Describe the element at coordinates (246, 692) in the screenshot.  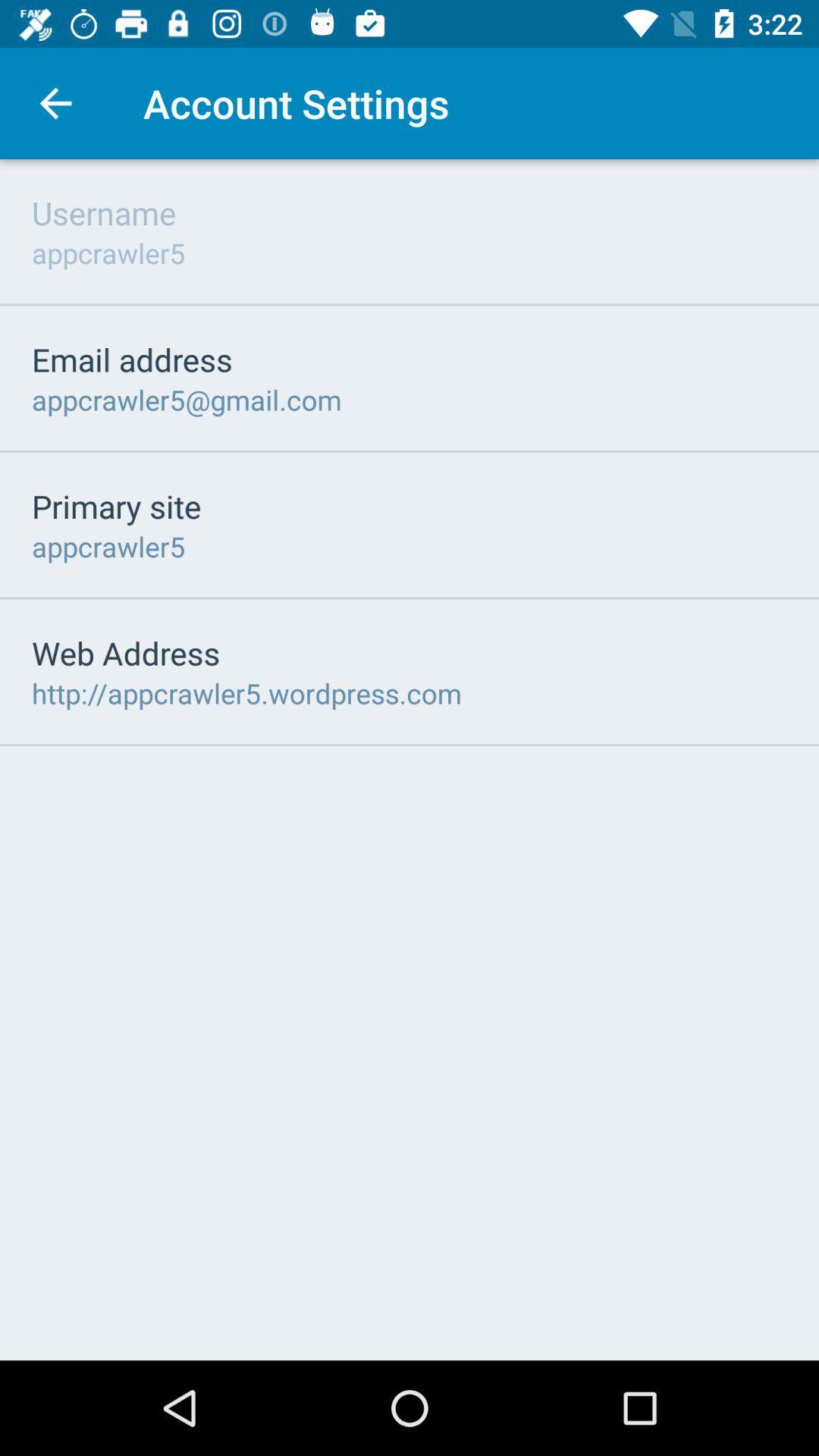
I see `the http appcrawler5 wordpress item` at that location.